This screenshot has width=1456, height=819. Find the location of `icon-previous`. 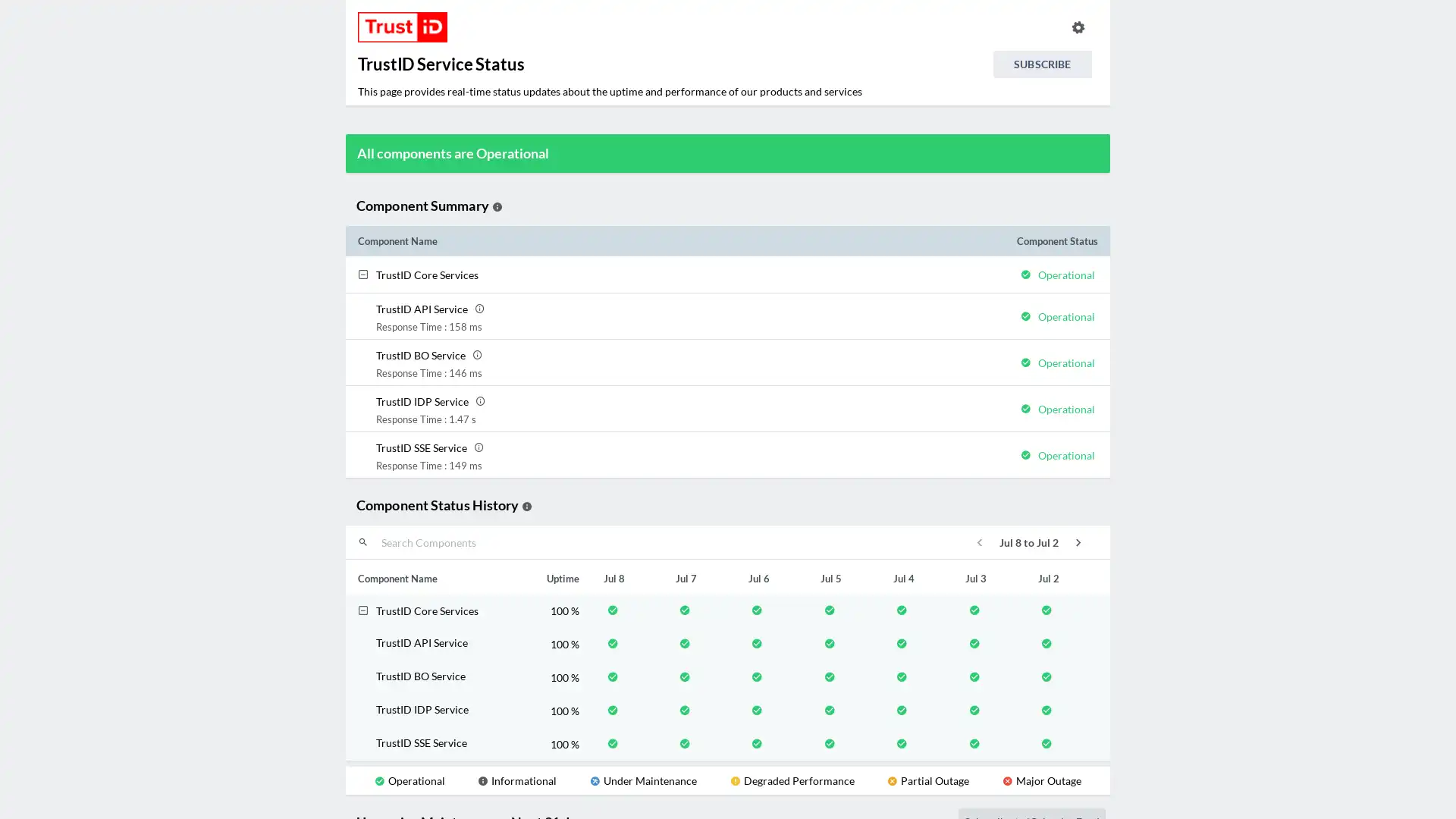

icon-previous is located at coordinates (979, 541).